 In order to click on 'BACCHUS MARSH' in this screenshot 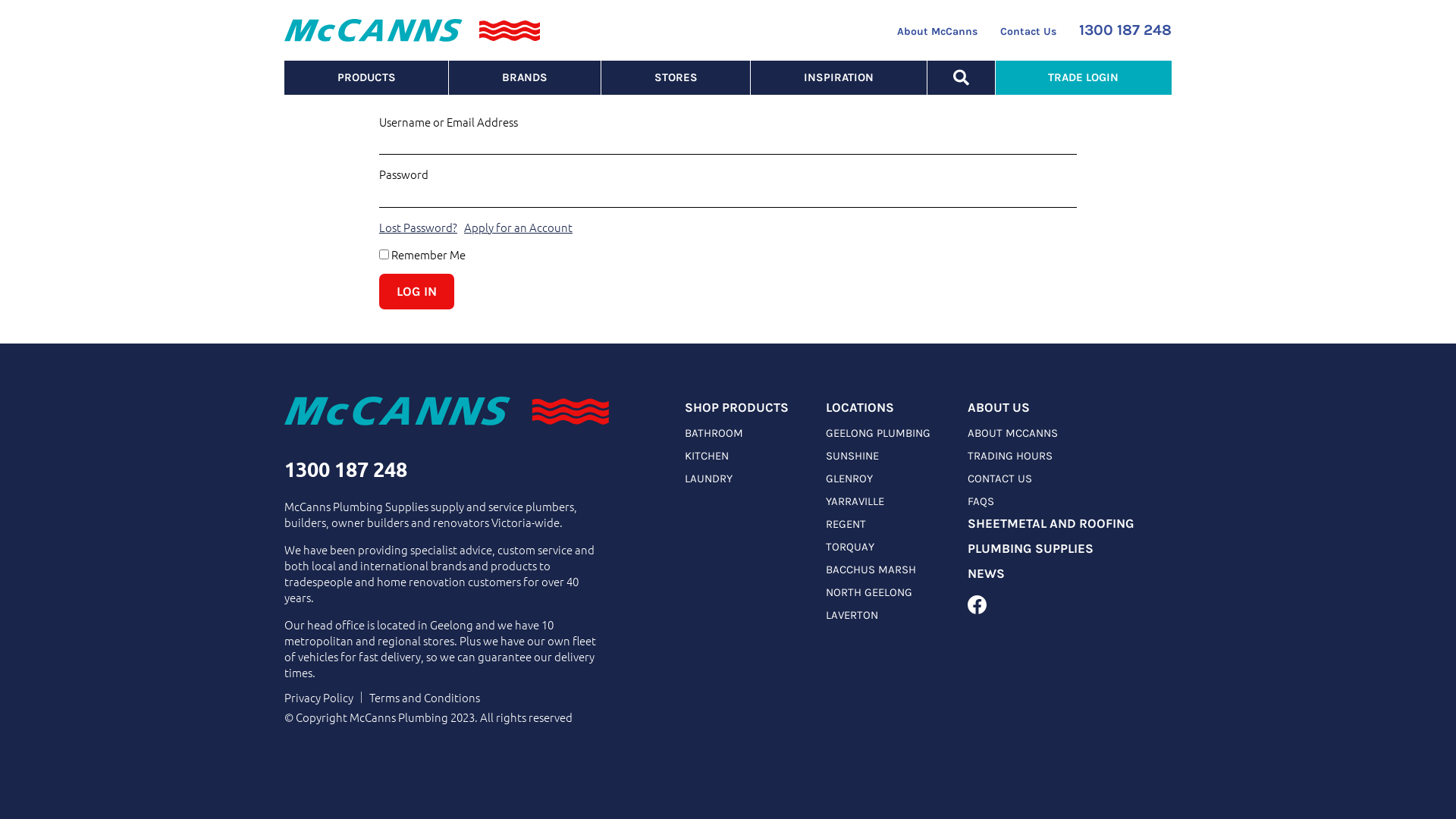, I will do `click(825, 570)`.